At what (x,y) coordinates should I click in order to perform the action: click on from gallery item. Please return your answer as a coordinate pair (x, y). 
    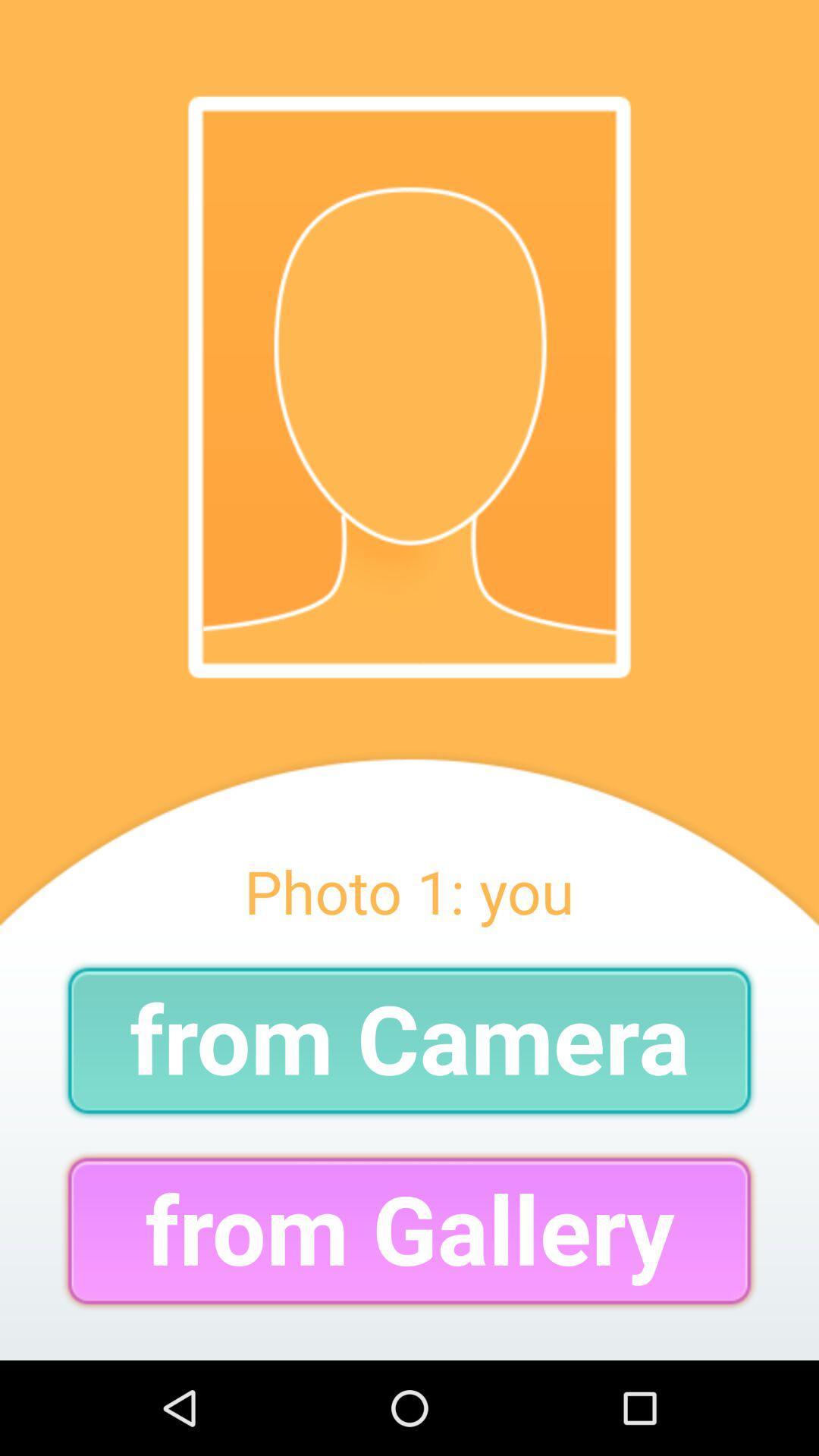
    Looking at the image, I should click on (409, 1231).